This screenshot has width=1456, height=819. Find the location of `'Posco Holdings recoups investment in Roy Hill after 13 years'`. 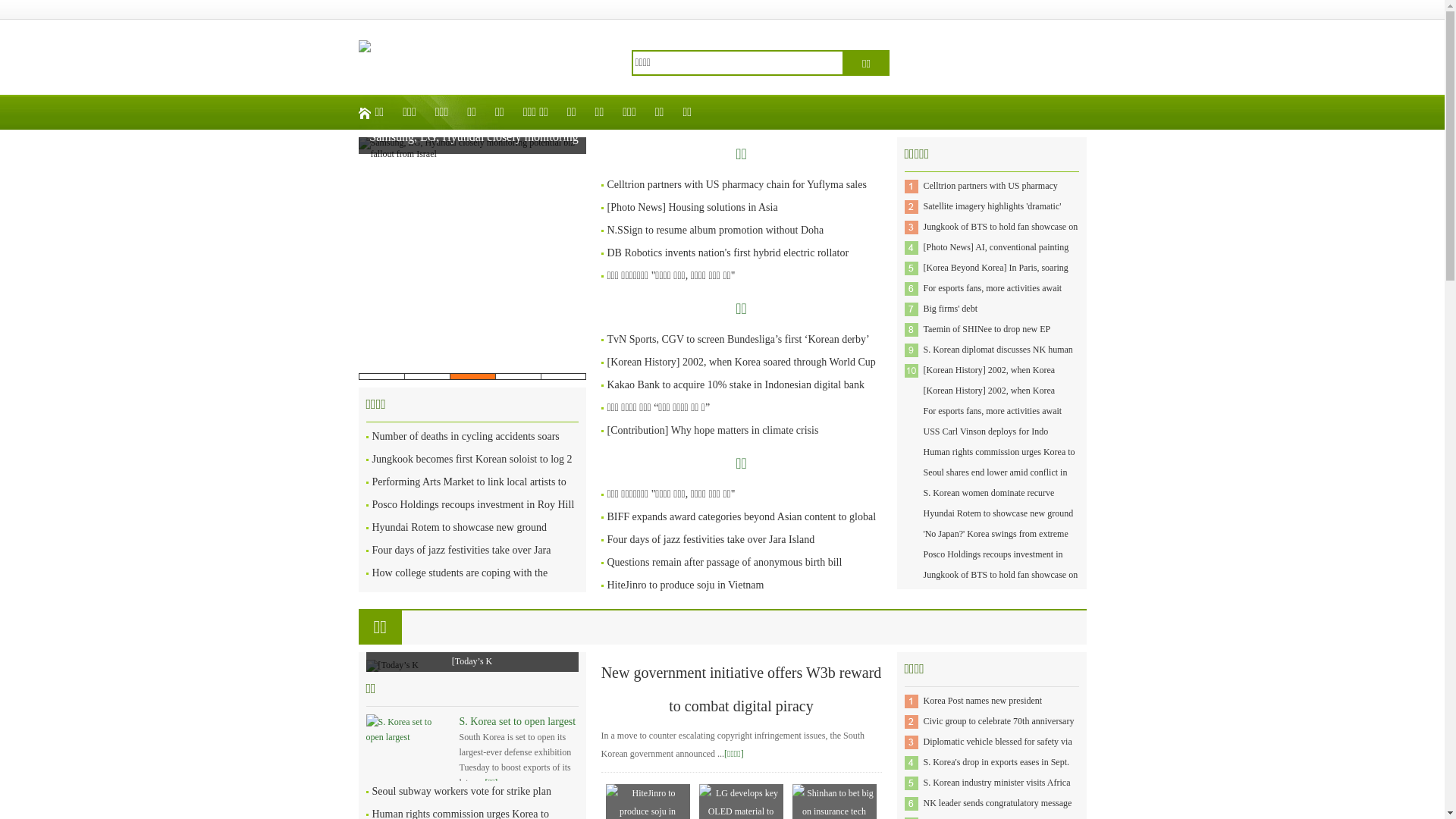

'Posco Holdings recoups investment in Roy Hill after 13 years' is located at coordinates (472, 514).